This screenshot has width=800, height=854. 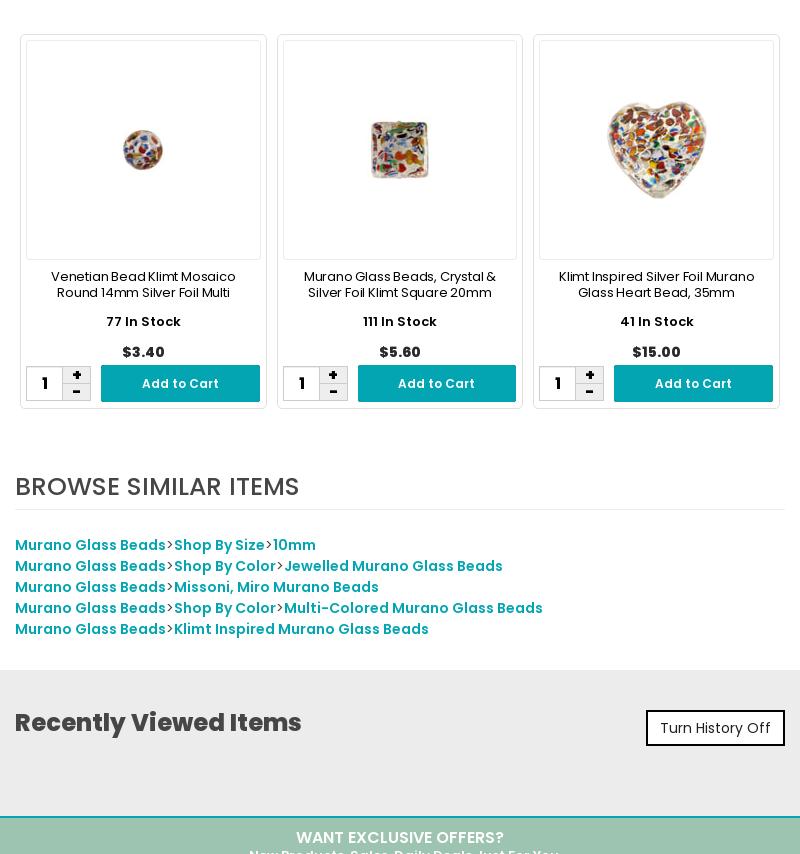 I want to click on 'Jewelled Murano Glass Beads', so click(x=392, y=566).